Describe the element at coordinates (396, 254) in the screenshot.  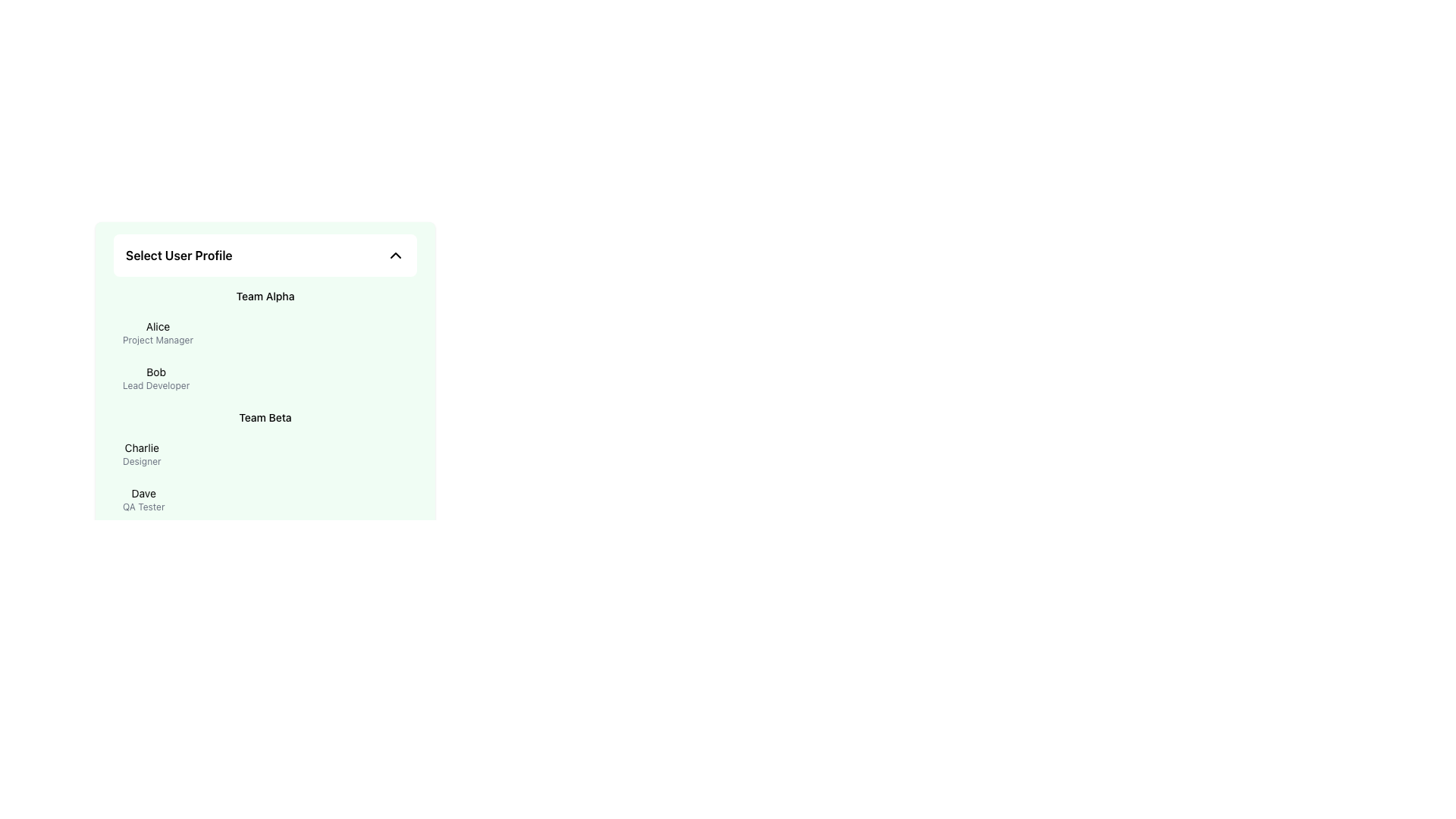
I see `the interactive indicator icon located at the far right of the 'Select User Profile' section header` at that location.